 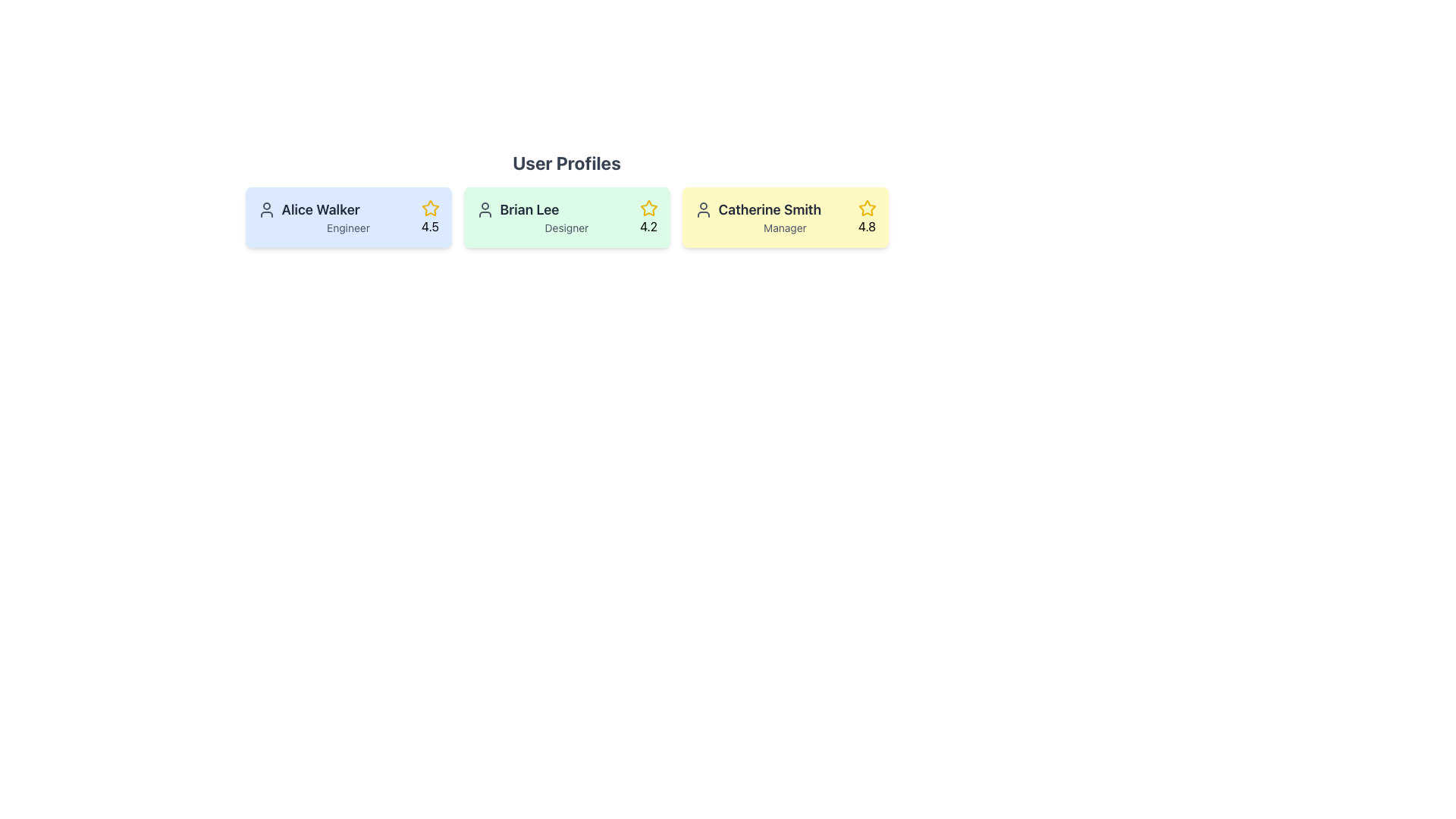 What do you see at coordinates (429, 217) in the screenshot?
I see `rating information displayed as '4.5' in bold font, accompanied by a yellow star icon, located in the profile card of 'Alice Walker' in the top right corner above the 'Engineer' role text` at bounding box center [429, 217].